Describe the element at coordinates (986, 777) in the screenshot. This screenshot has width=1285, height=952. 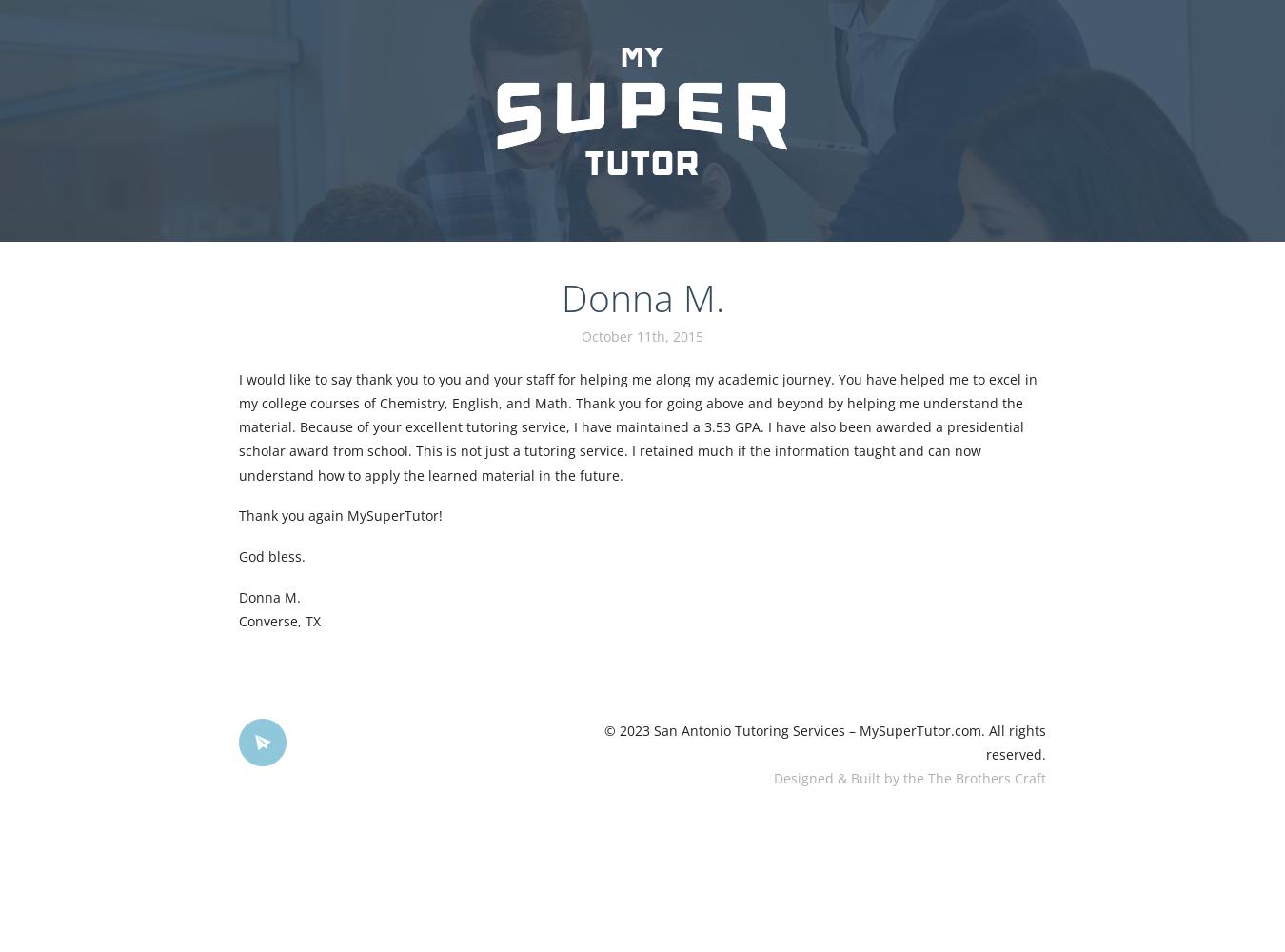
I see `'The Brothers Craft'` at that location.